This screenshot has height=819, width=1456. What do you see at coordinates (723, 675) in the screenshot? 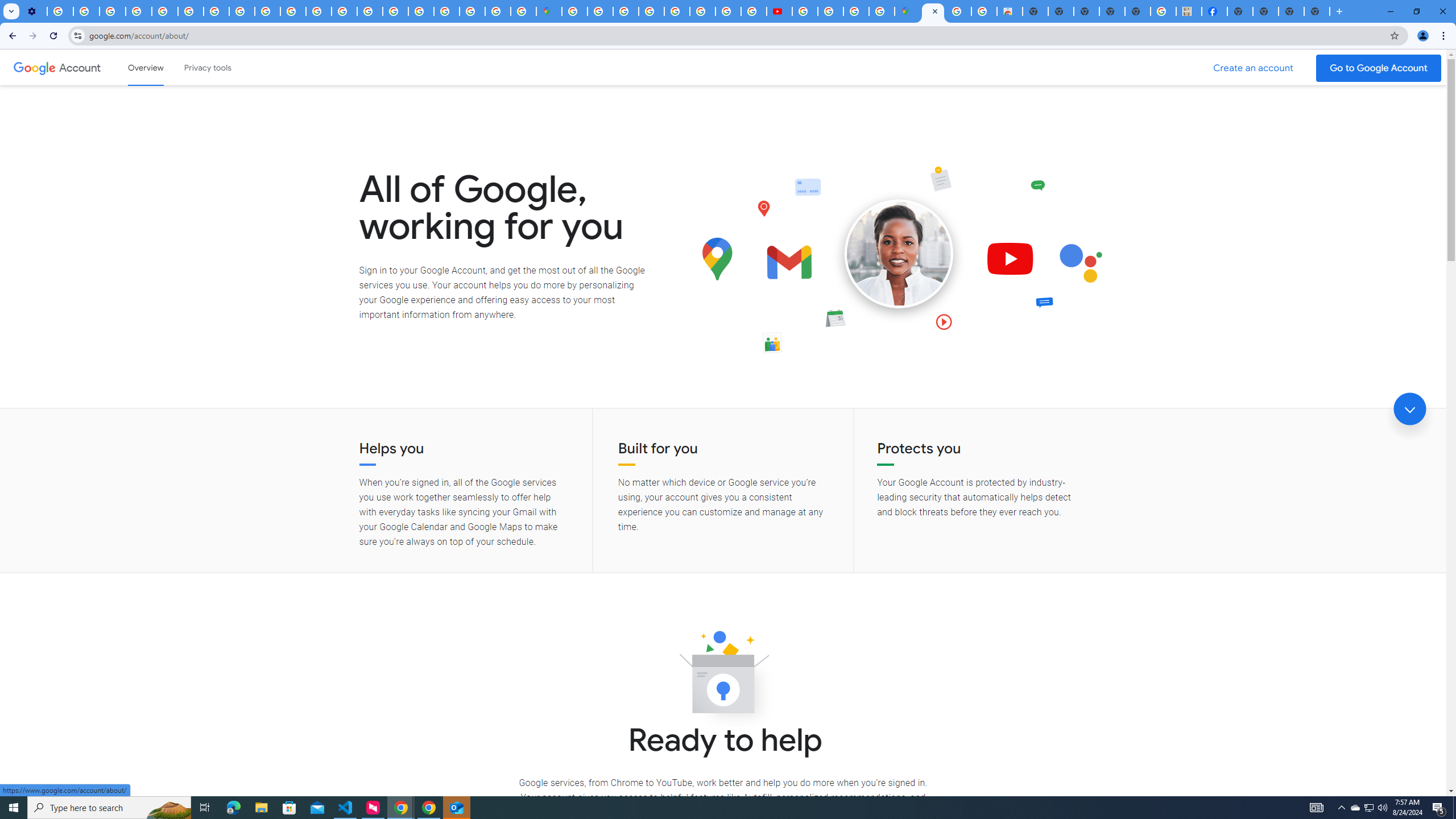
I see `'Ready to help'` at bounding box center [723, 675].